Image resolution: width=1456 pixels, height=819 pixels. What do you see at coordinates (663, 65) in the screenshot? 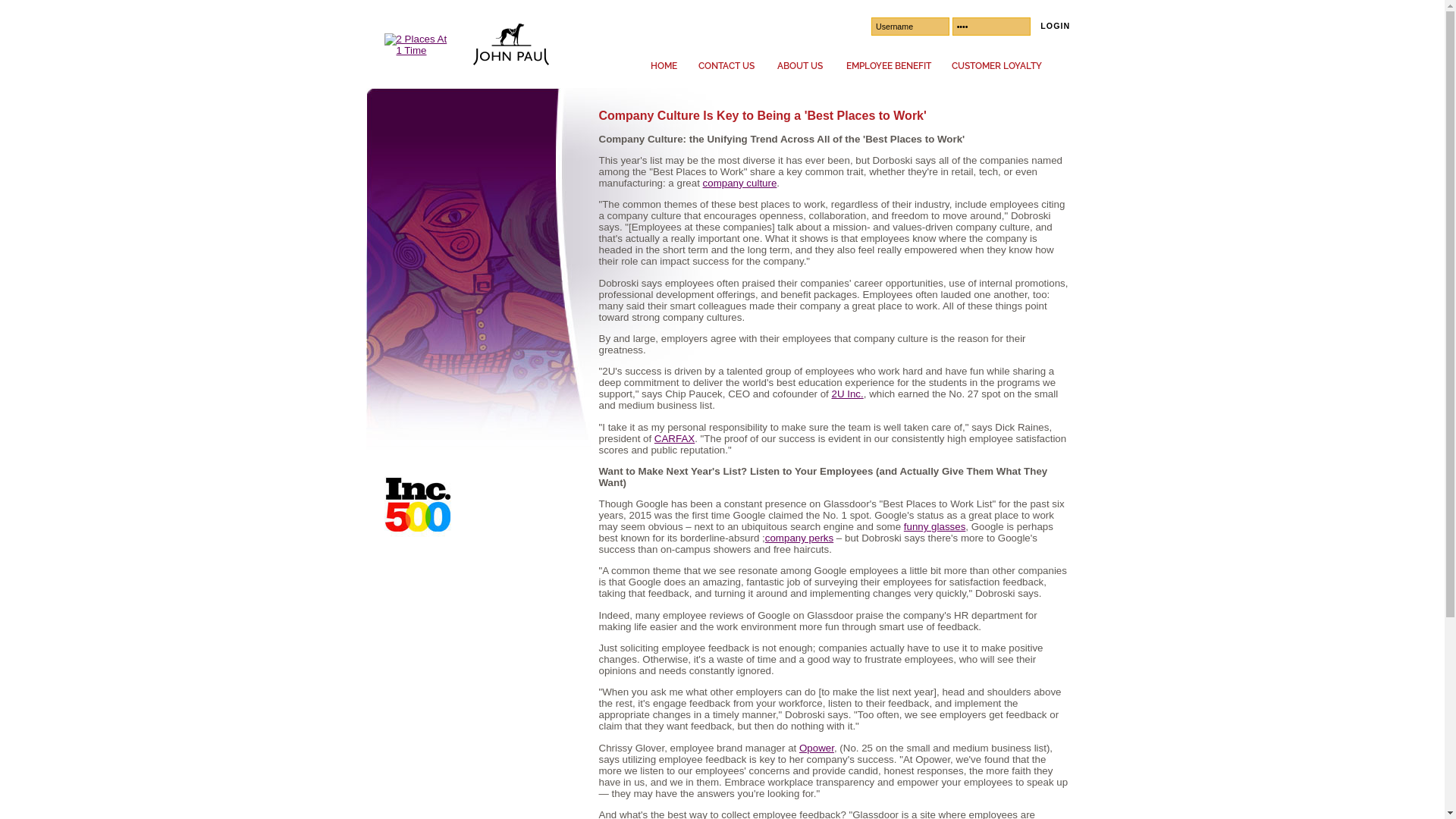
I see `'HOME'` at bounding box center [663, 65].